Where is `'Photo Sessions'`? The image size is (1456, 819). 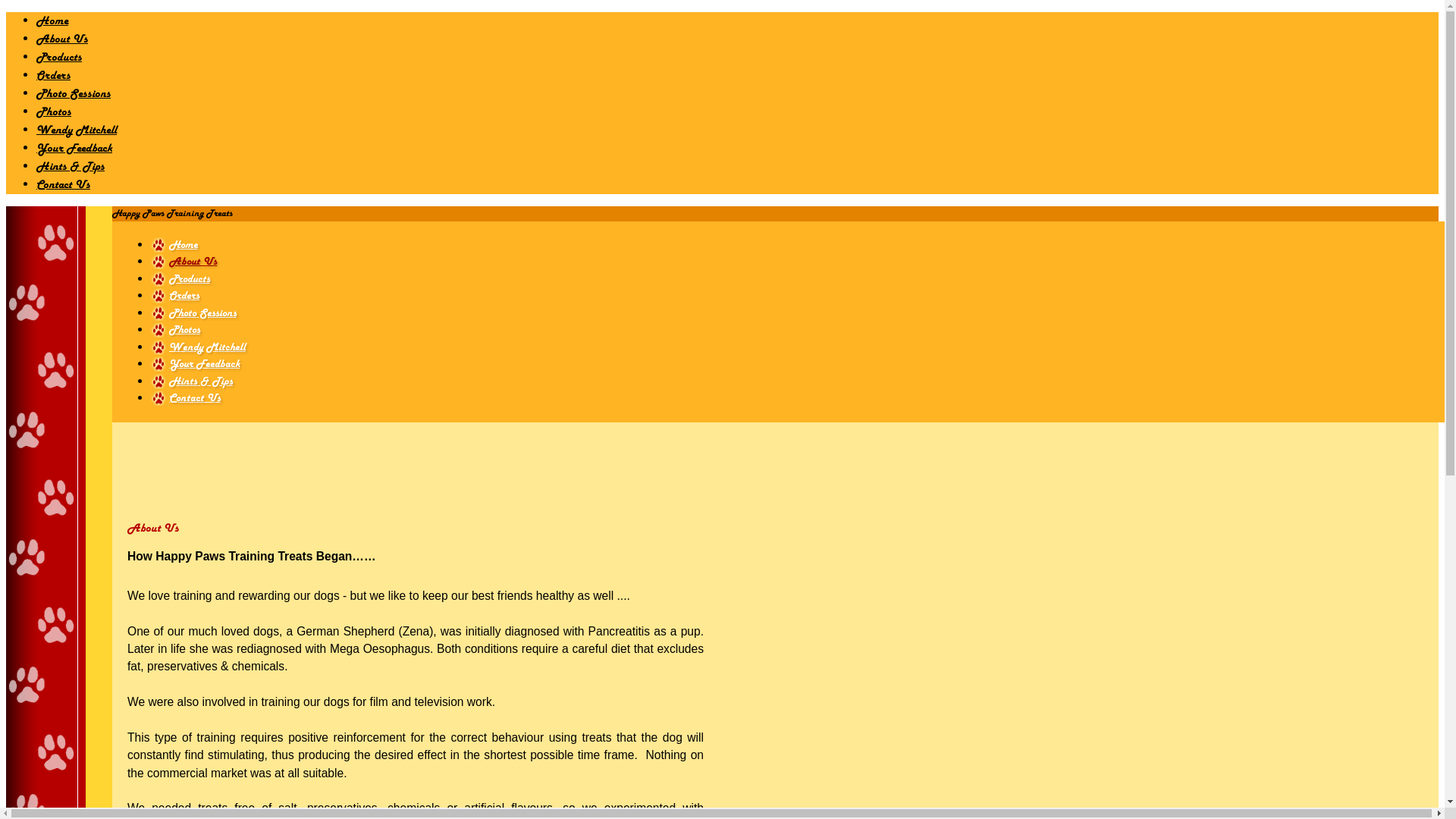
'Photo Sessions' is located at coordinates (192, 312).